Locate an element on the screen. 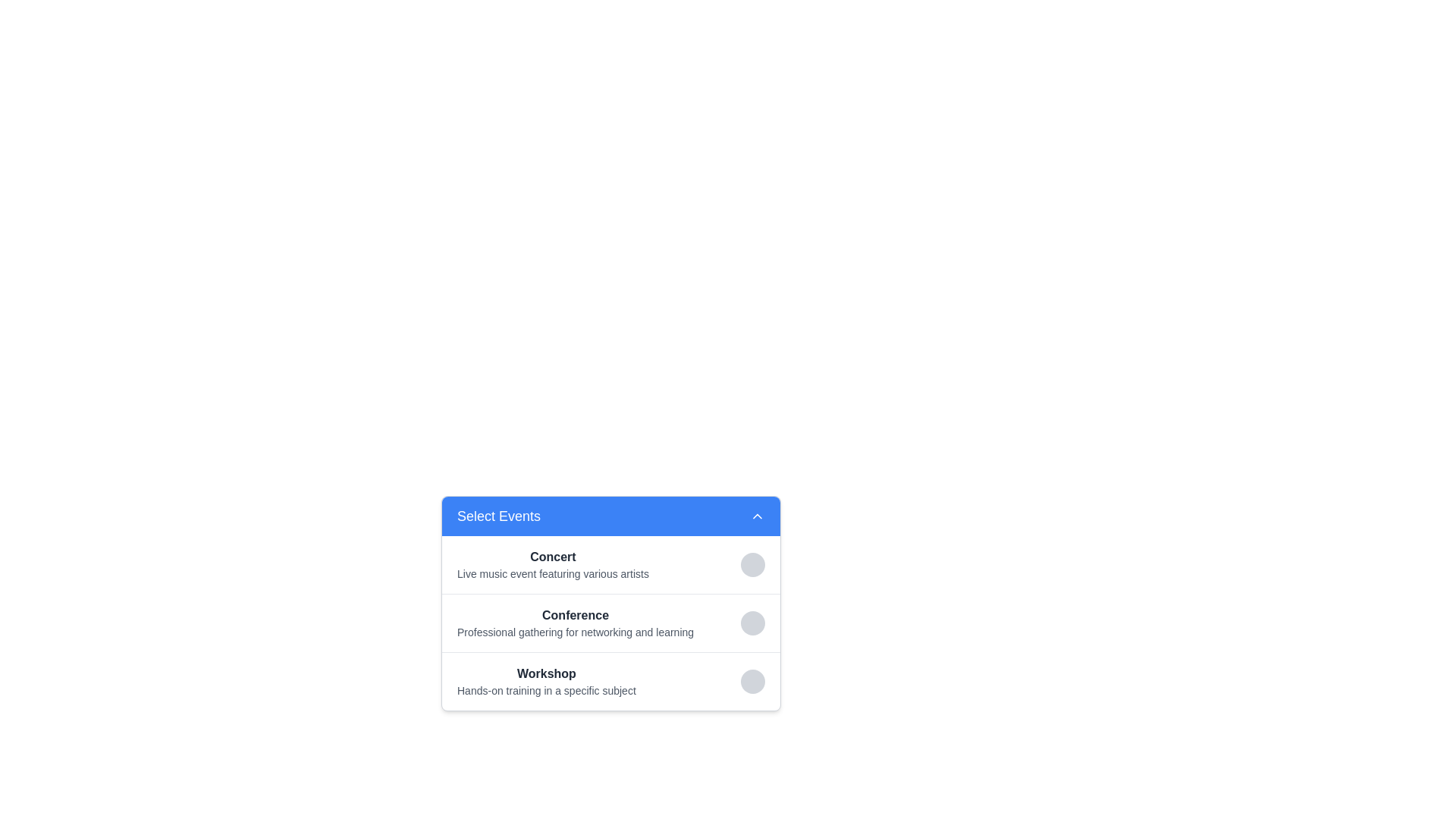 The image size is (1456, 819). the dropdown toggle button located at the rightmost end of the header section labeled 'Select Events' is located at coordinates (757, 516).